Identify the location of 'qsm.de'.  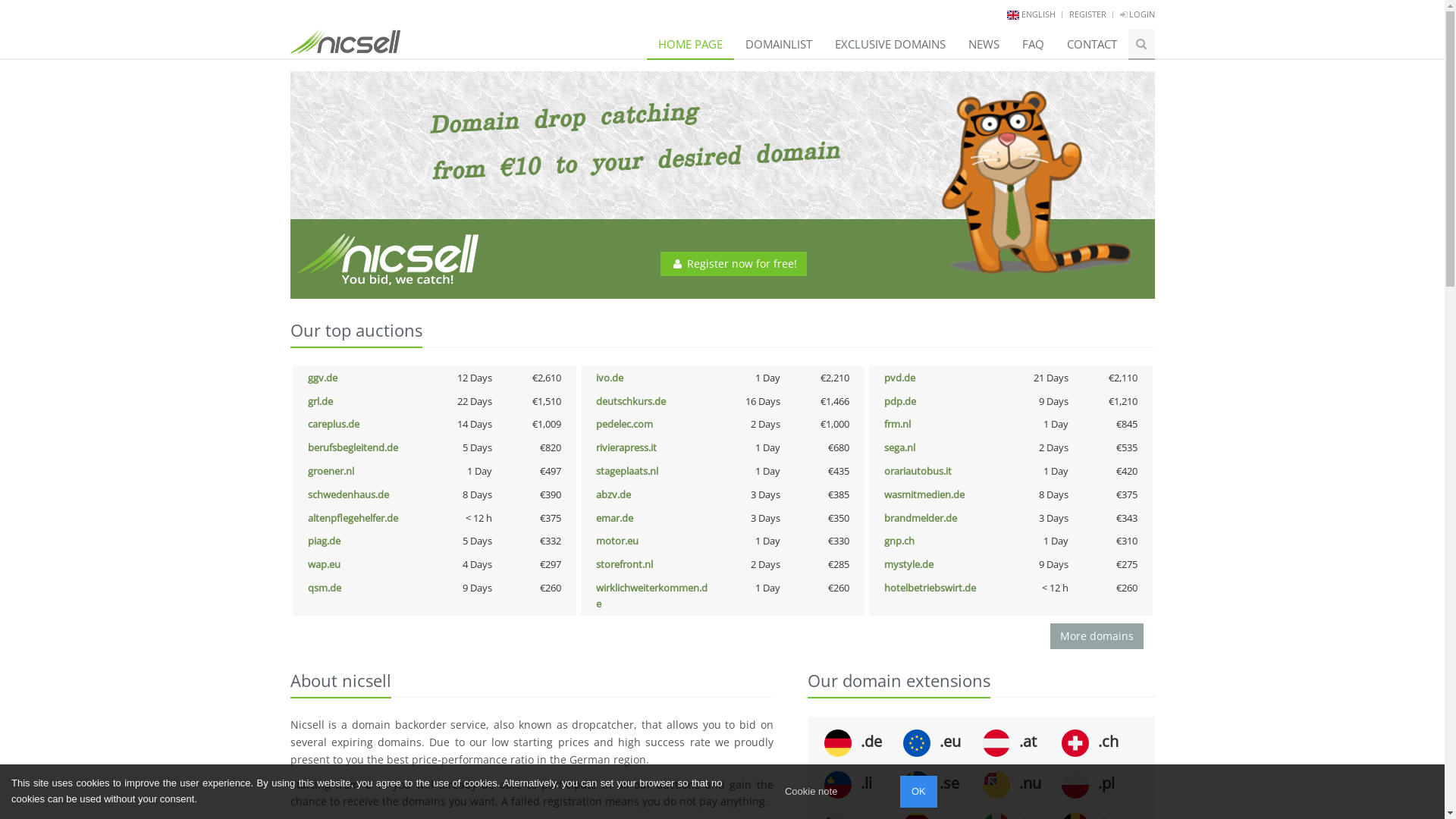
(323, 587).